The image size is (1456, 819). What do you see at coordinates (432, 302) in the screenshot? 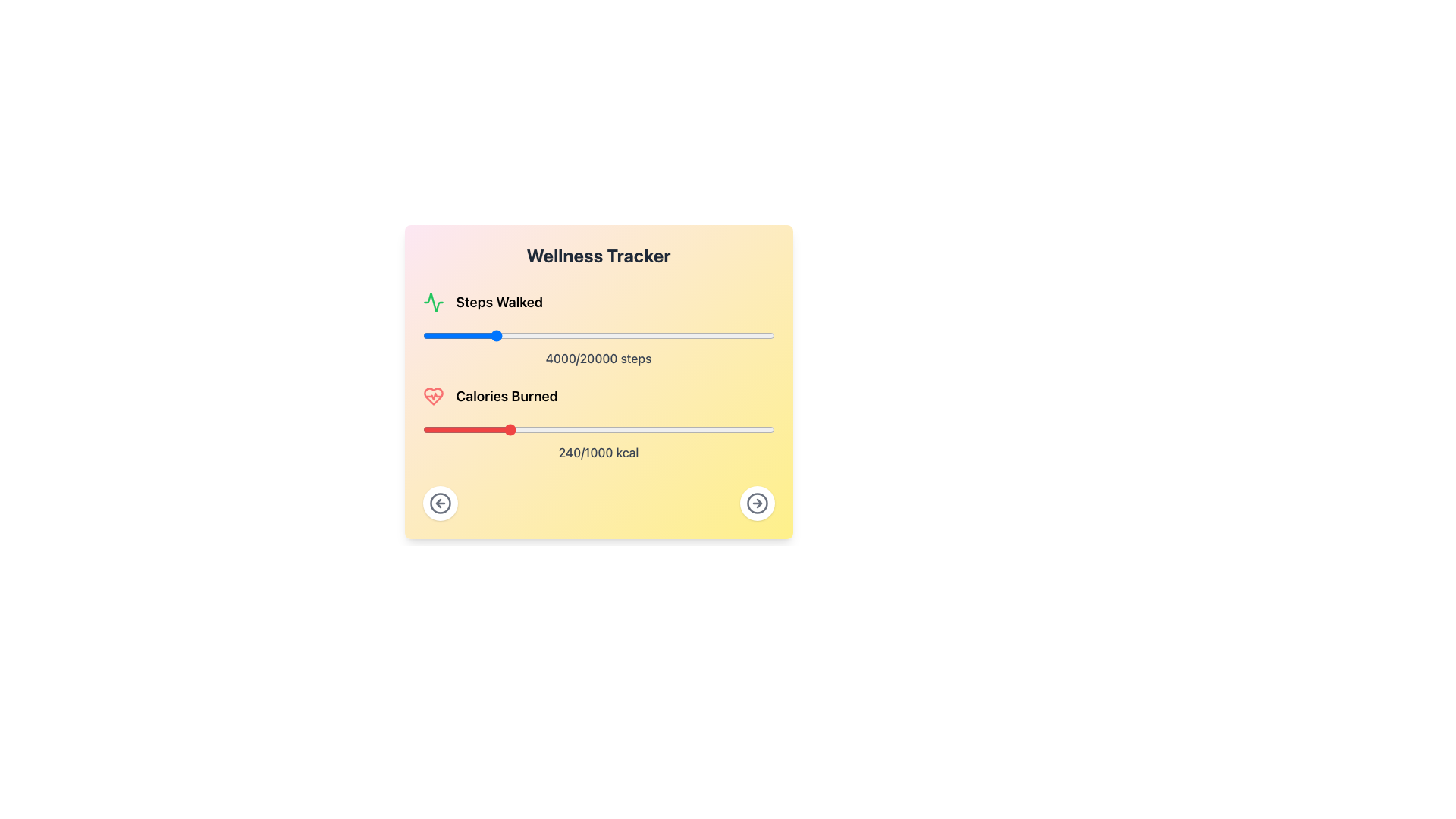
I see `the green wavy line icon representing a pulse or activity graph, located left of the 'Steps Walked' text` at bounding box center [432, 302].